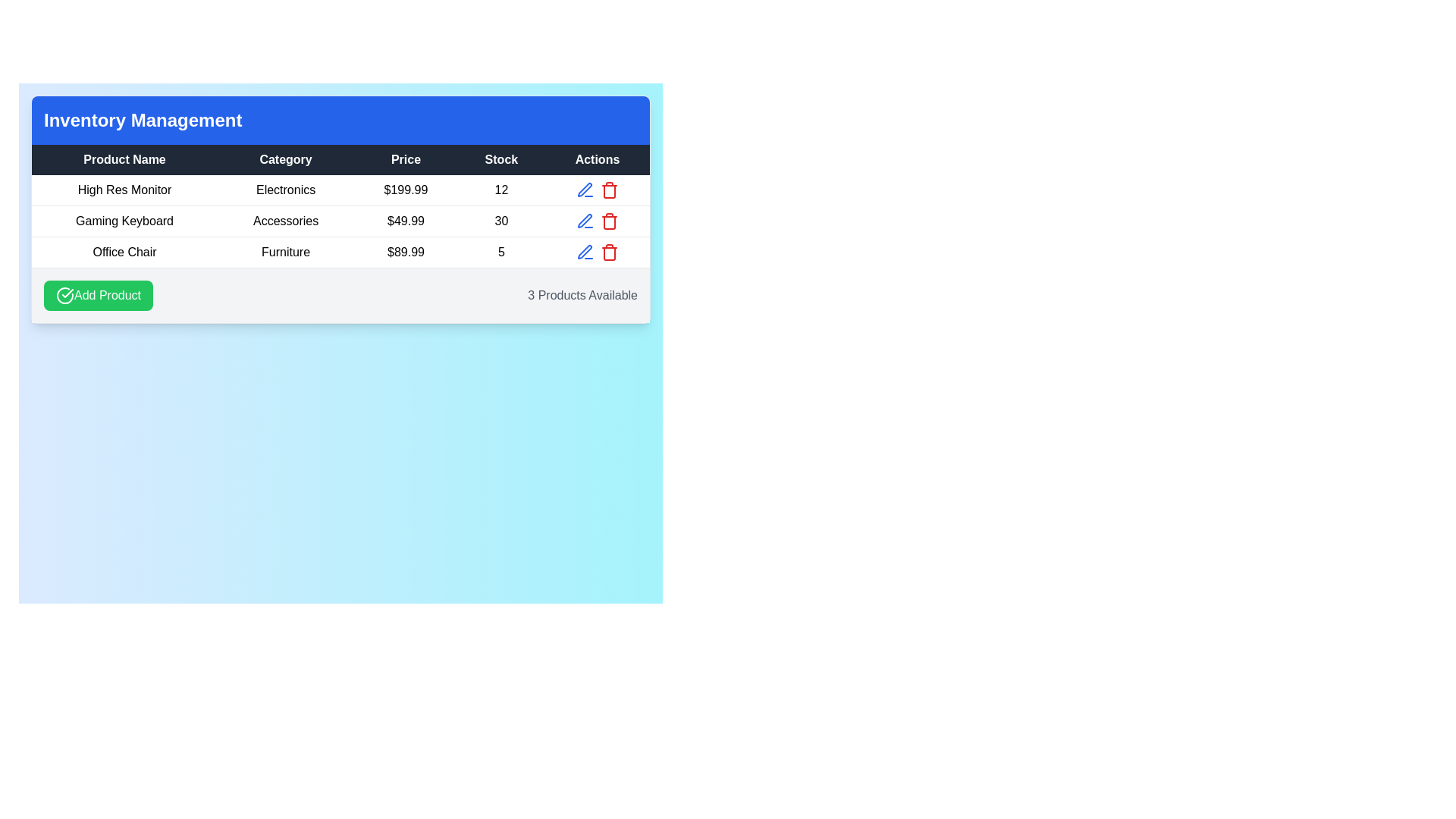 This screenshot has height=819, width=1456. I want to click on the text label 'Office Chair' located in the first position of the third row under the 'Product Name' column in the table, so click(124, 251).